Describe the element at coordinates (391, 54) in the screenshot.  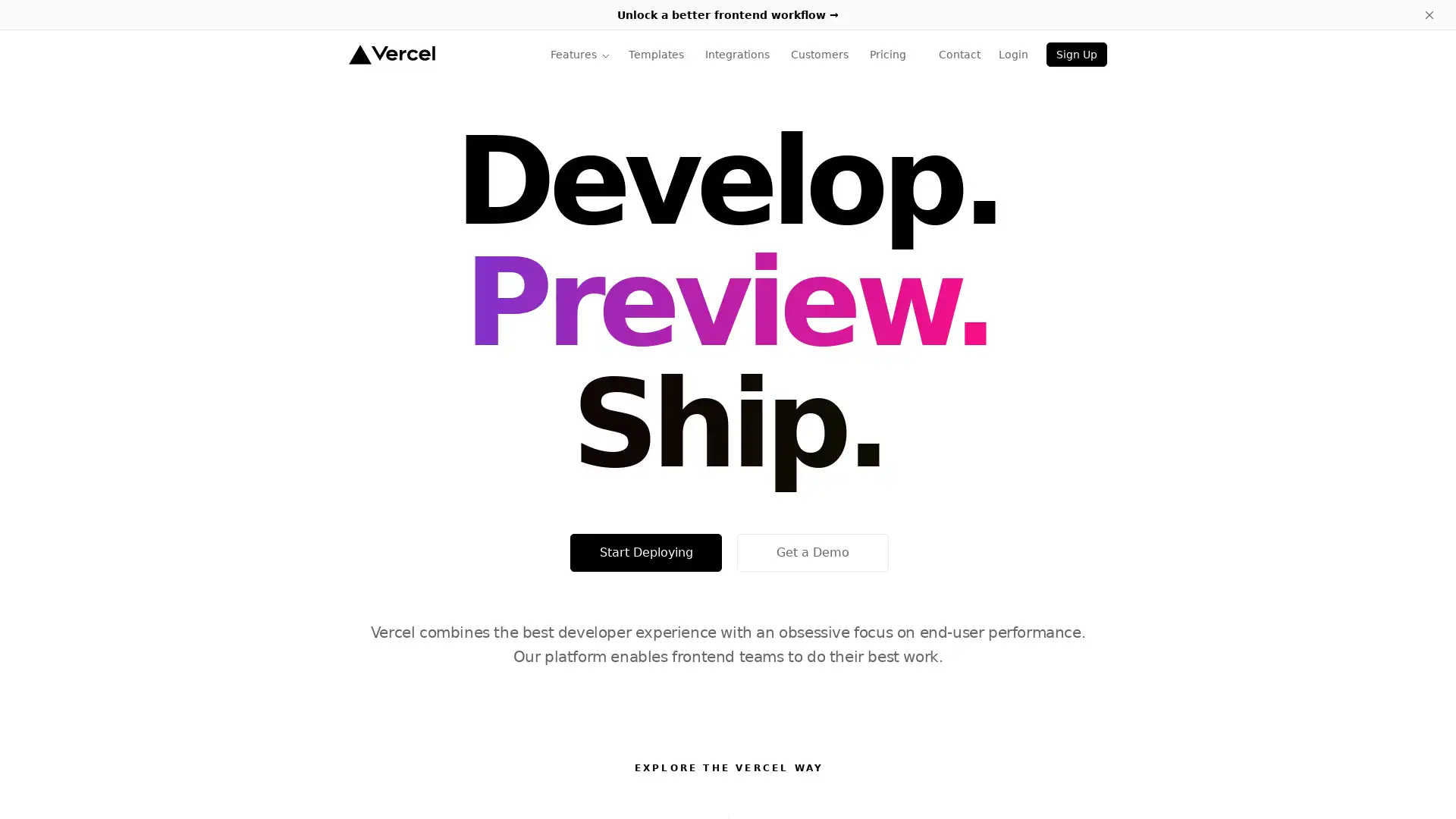
I see `home` at that location.